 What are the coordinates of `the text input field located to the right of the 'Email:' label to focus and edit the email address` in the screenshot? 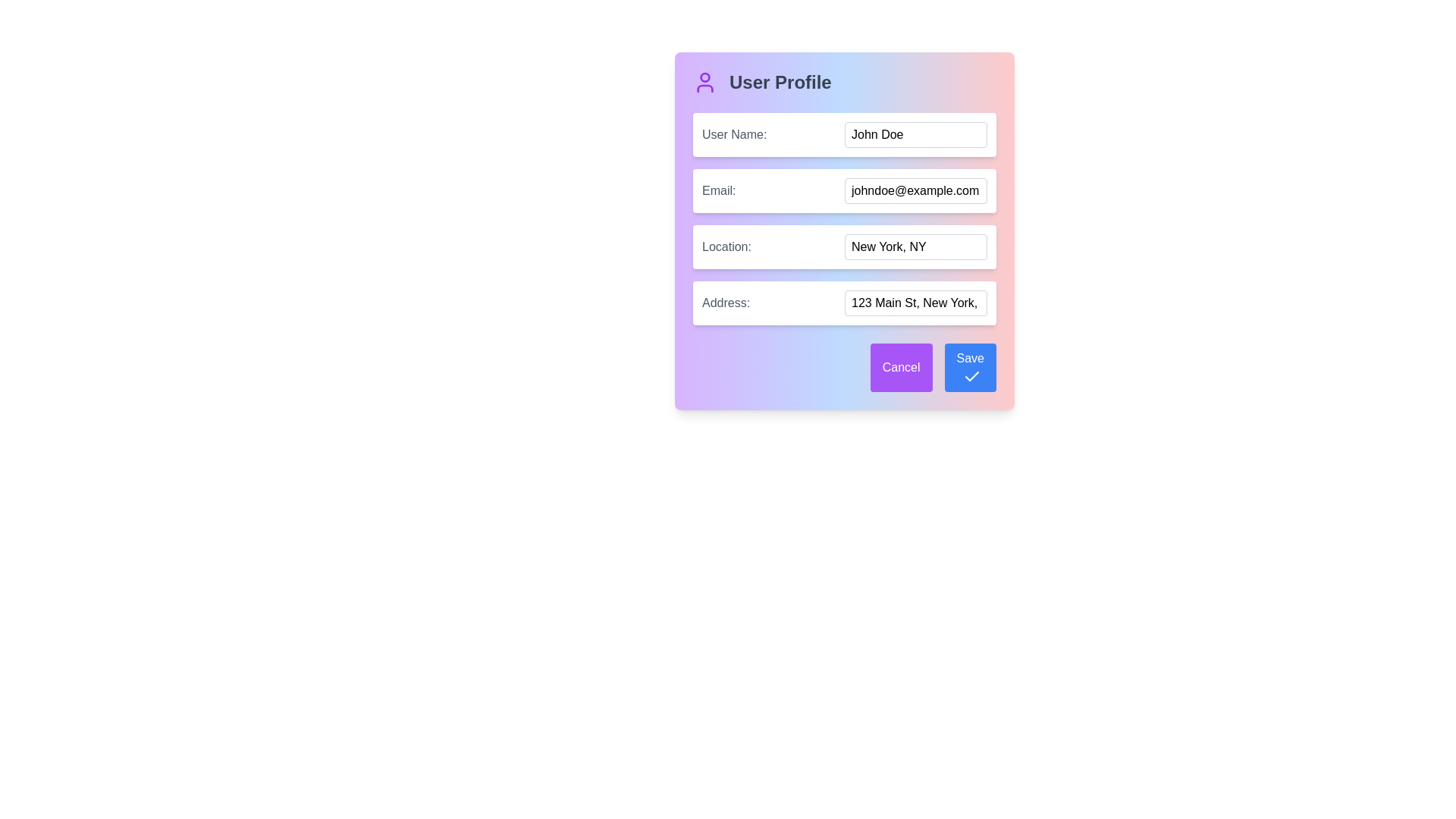 It's located at (915, 190).